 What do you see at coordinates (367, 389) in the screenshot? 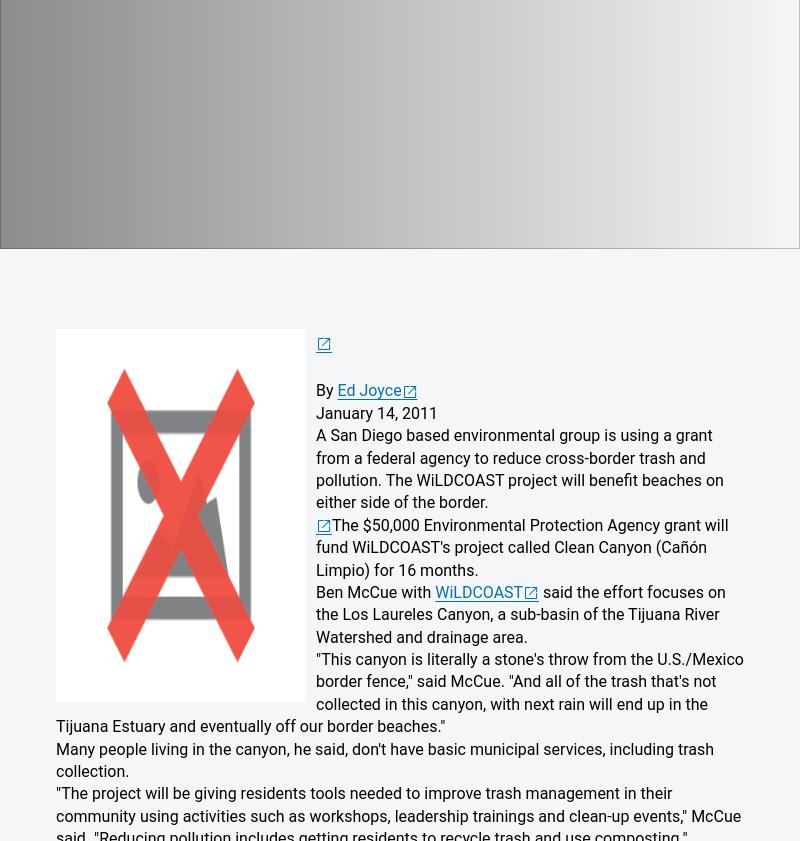
I see `'Ed Joyce'` at bounding box center [367, 389].